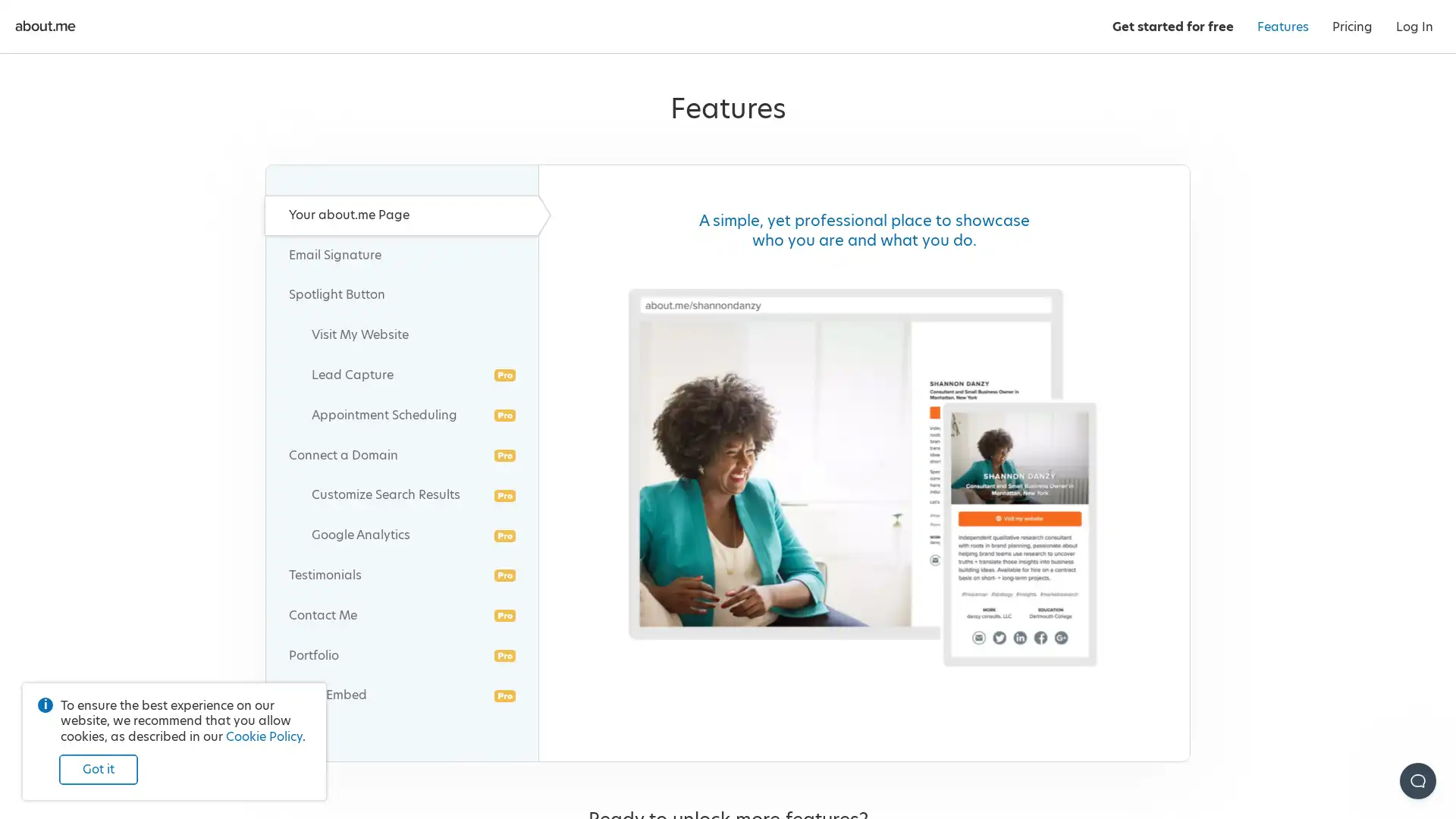  Describe the element at coordinates (97, 766) in the screenshot. I see `Got it` at that location.